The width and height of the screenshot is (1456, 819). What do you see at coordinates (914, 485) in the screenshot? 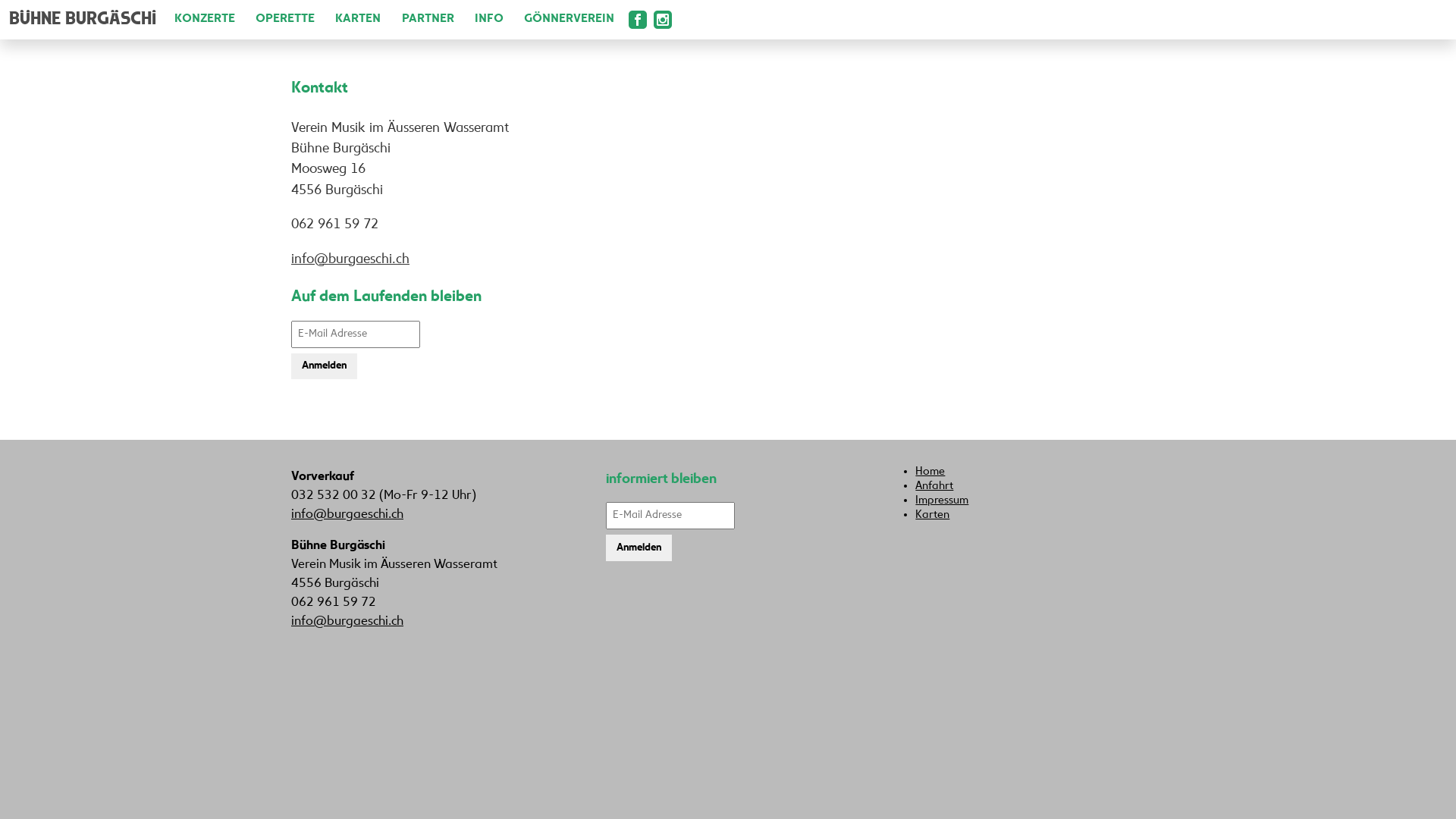
I see `'Anfahrt'` at bounding box center [914, 485].